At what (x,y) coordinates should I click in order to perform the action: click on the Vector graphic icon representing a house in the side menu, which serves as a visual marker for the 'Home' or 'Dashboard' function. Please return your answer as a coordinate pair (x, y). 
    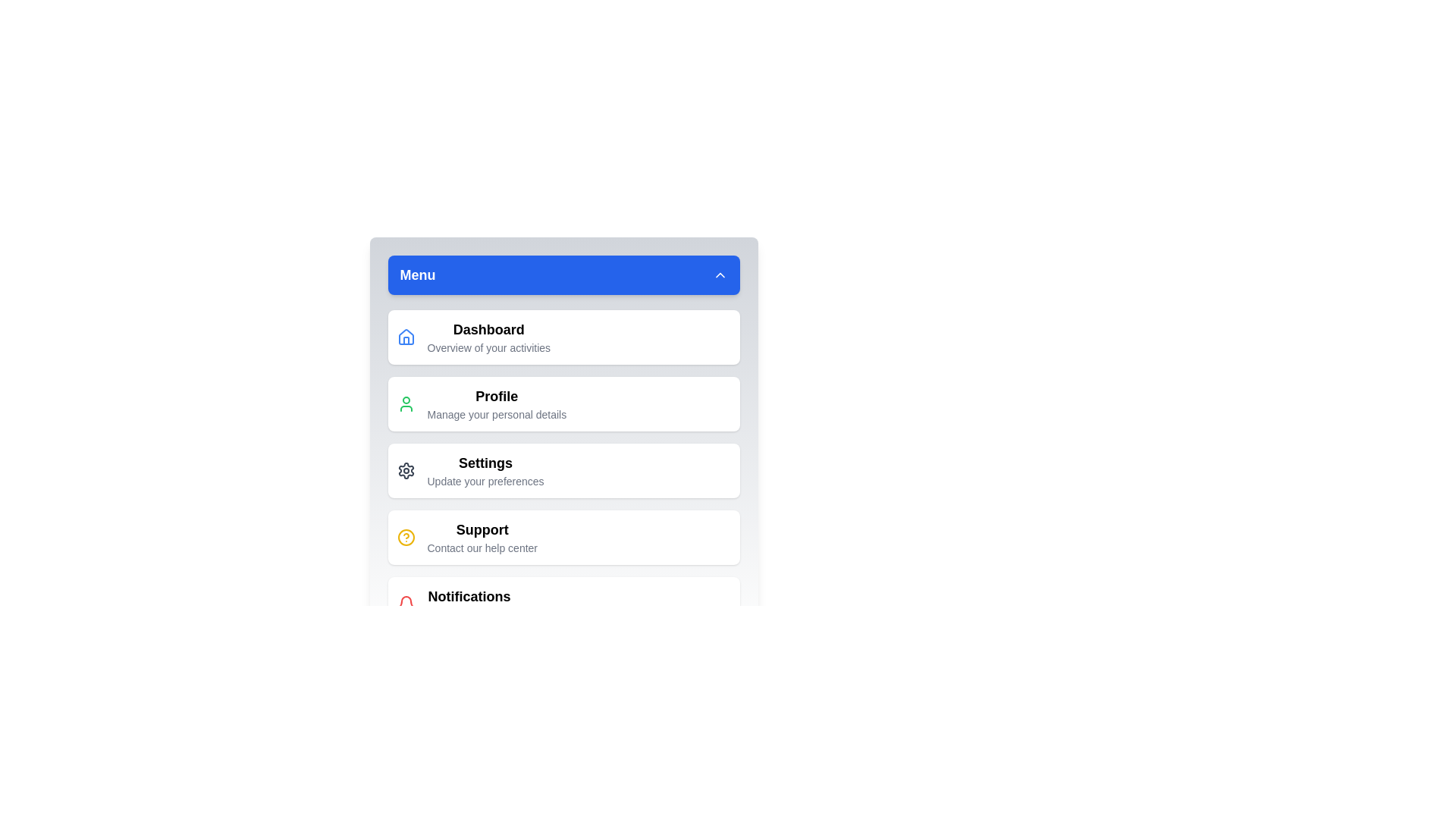
    Looking at the image, I should click on (406, 336).